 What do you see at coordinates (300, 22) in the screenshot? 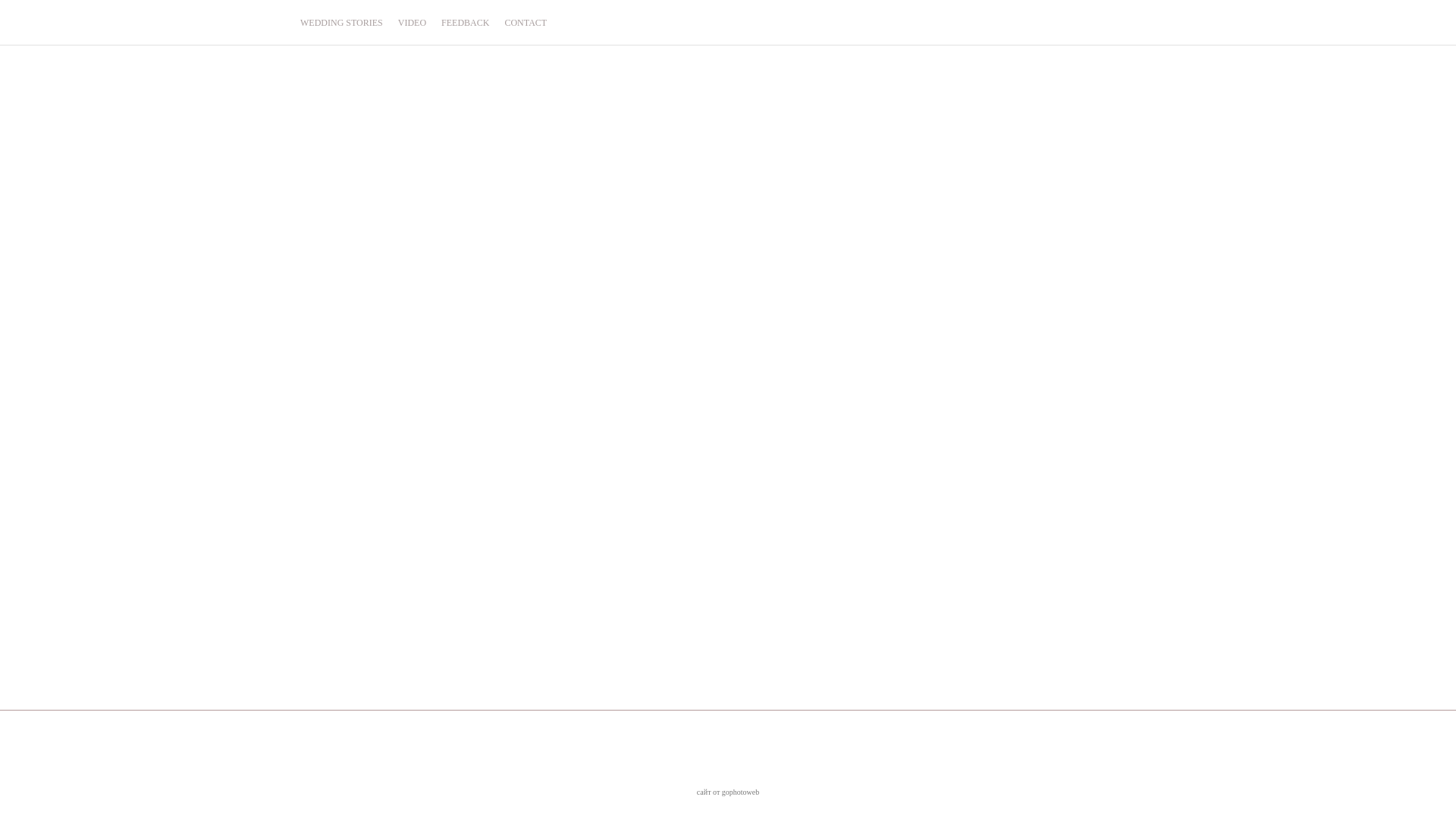
I see `'WEDDING STORIES'` at bounding box center [300, 22].